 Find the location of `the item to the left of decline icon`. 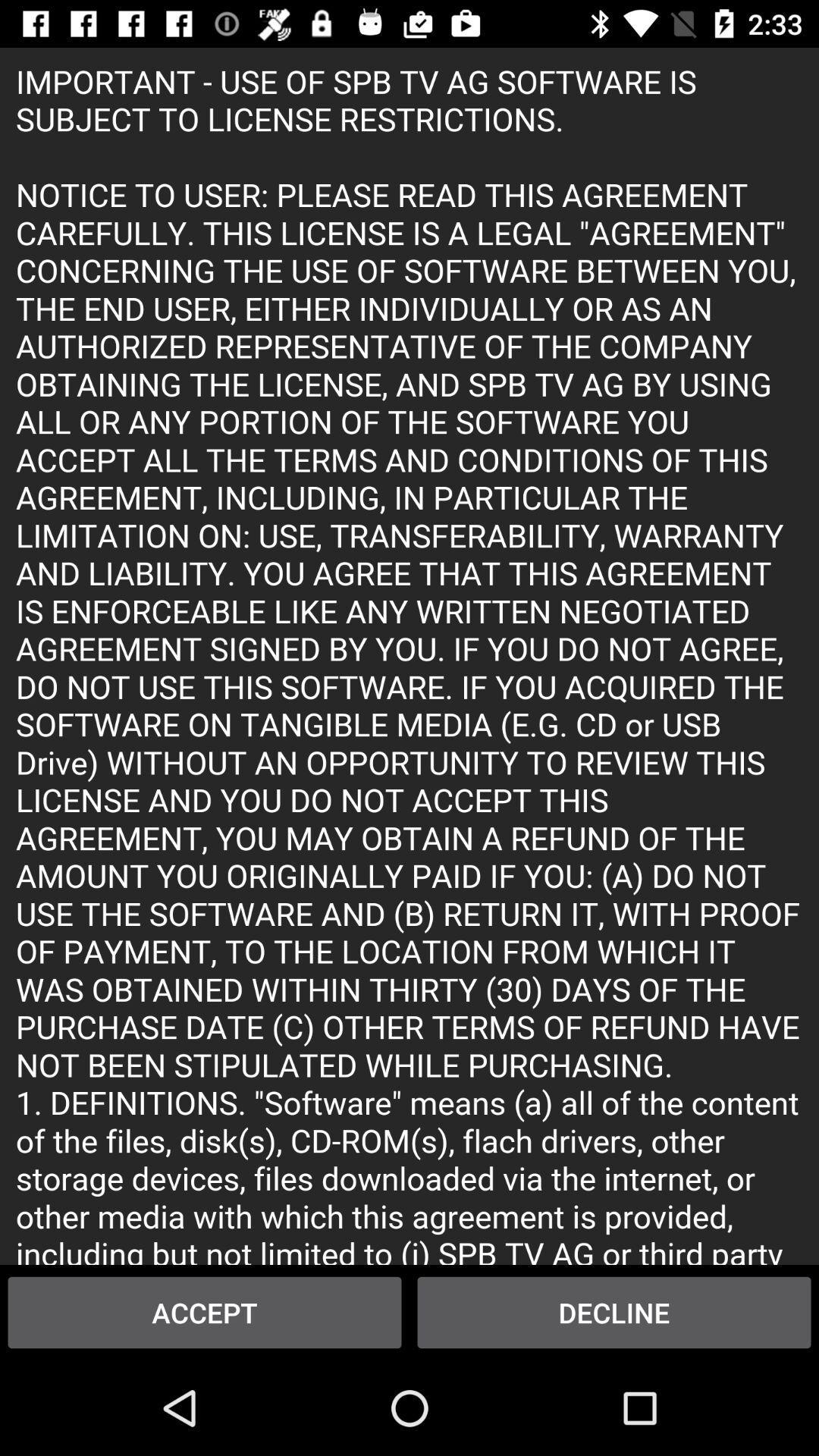

the item to the left of decline icon is located at coordinates (205, 1312).